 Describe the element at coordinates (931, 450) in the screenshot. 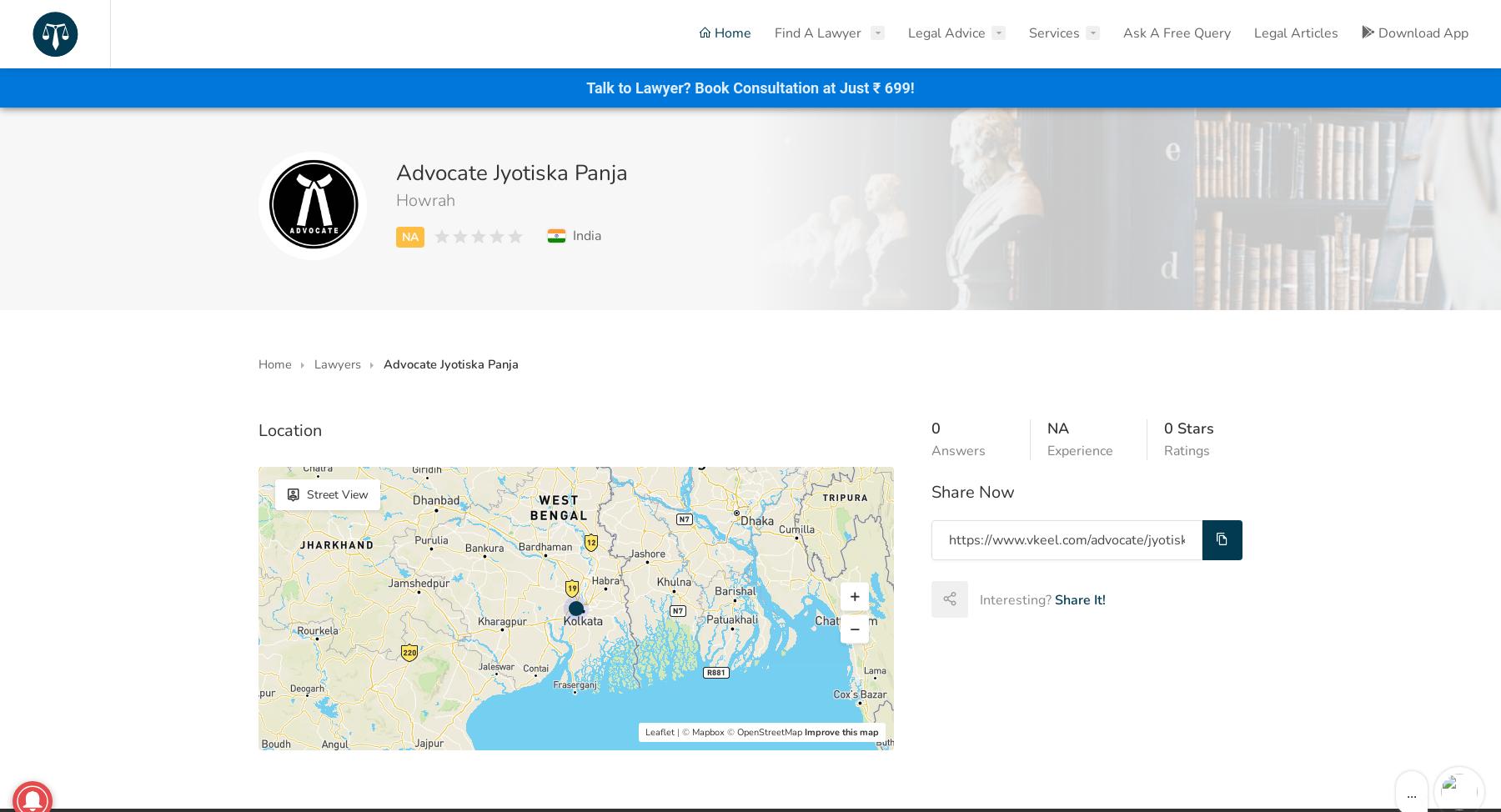

I see `'Answers'` at that location.